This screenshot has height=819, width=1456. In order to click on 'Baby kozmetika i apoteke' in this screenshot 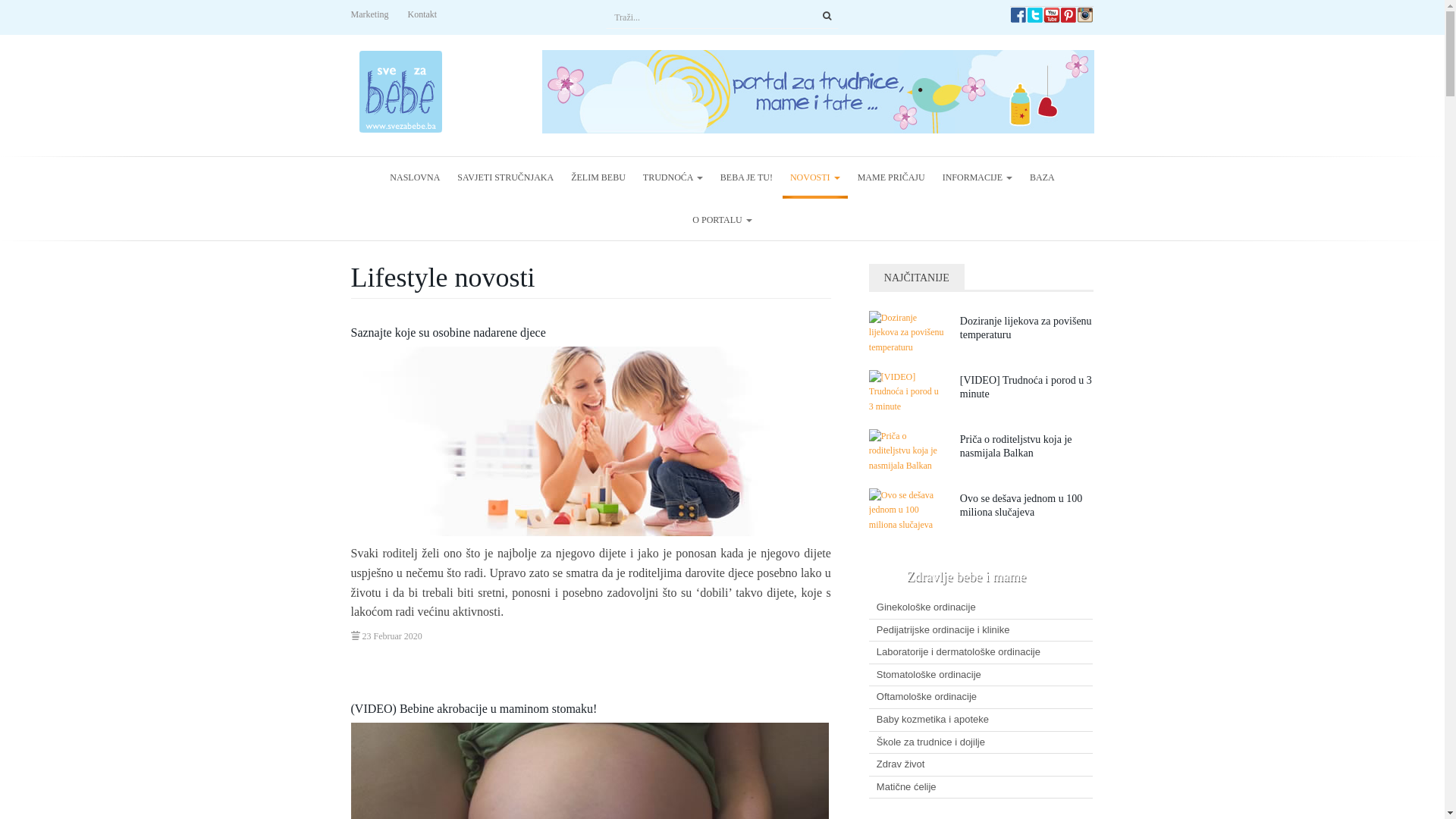, I will do `click(981, 719)`.